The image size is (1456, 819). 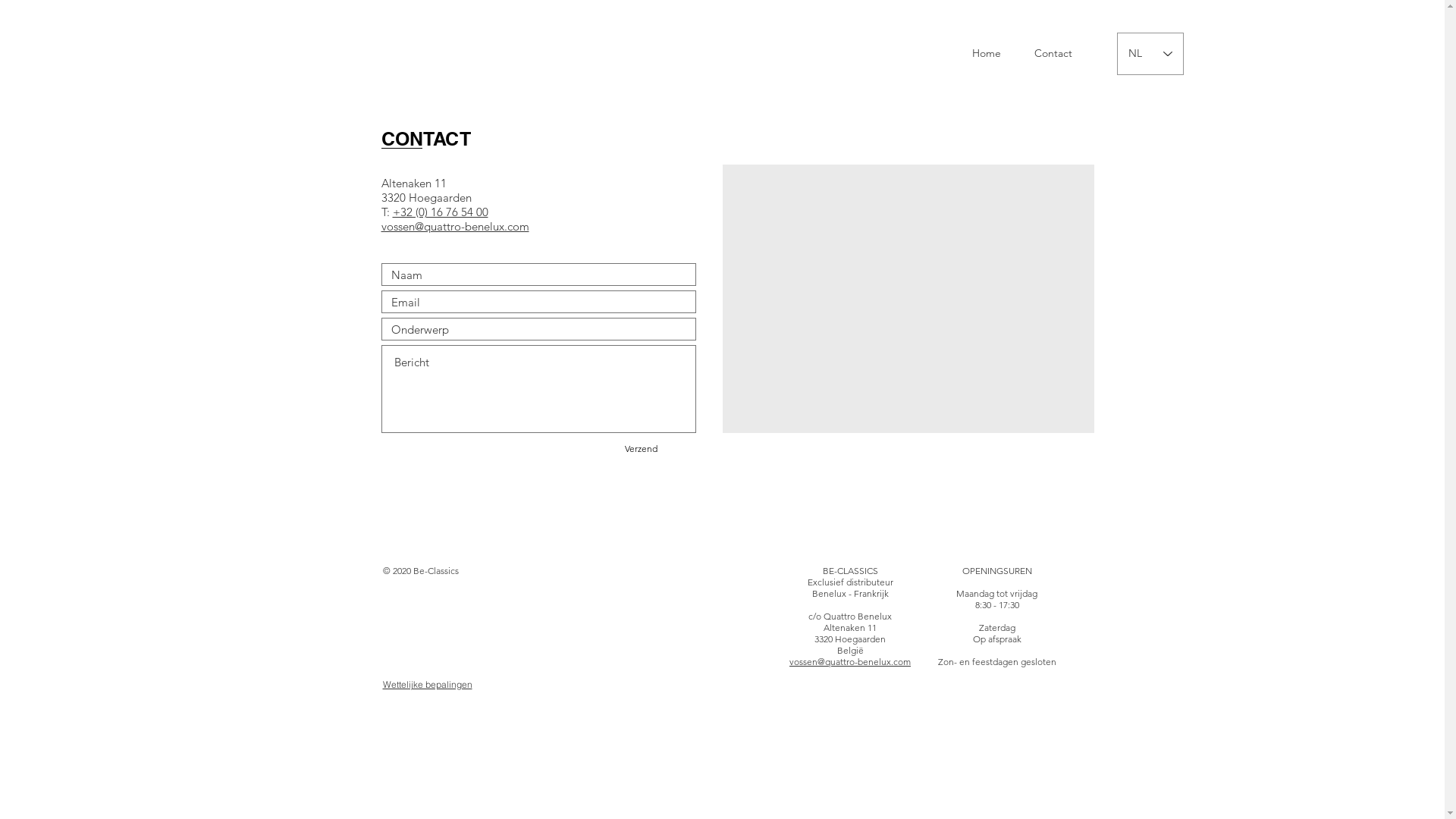 What do you see at coordinates (986, 52) in the screenshot?
I see `'Home'` at bounding box center [986, 52].